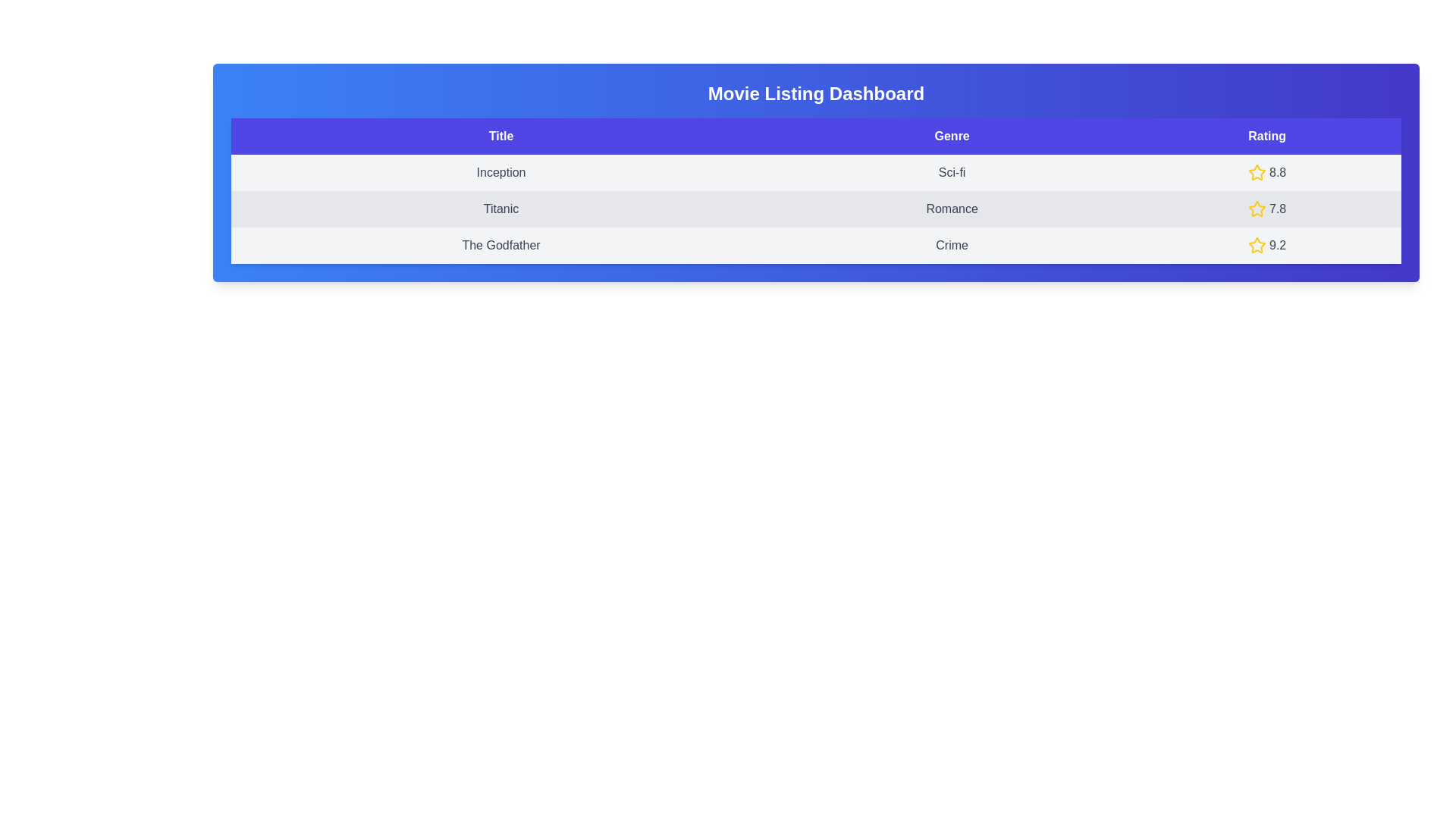 The image size is (1456, 819). Describe the element at coordinates (951, 136) in the screenshot. I see `the 'Genre' header label, which is the second item in a row of three headers ('Title', 'Genre', 'Rating'), indicating that the column's data pertains to movie genres` at that location.